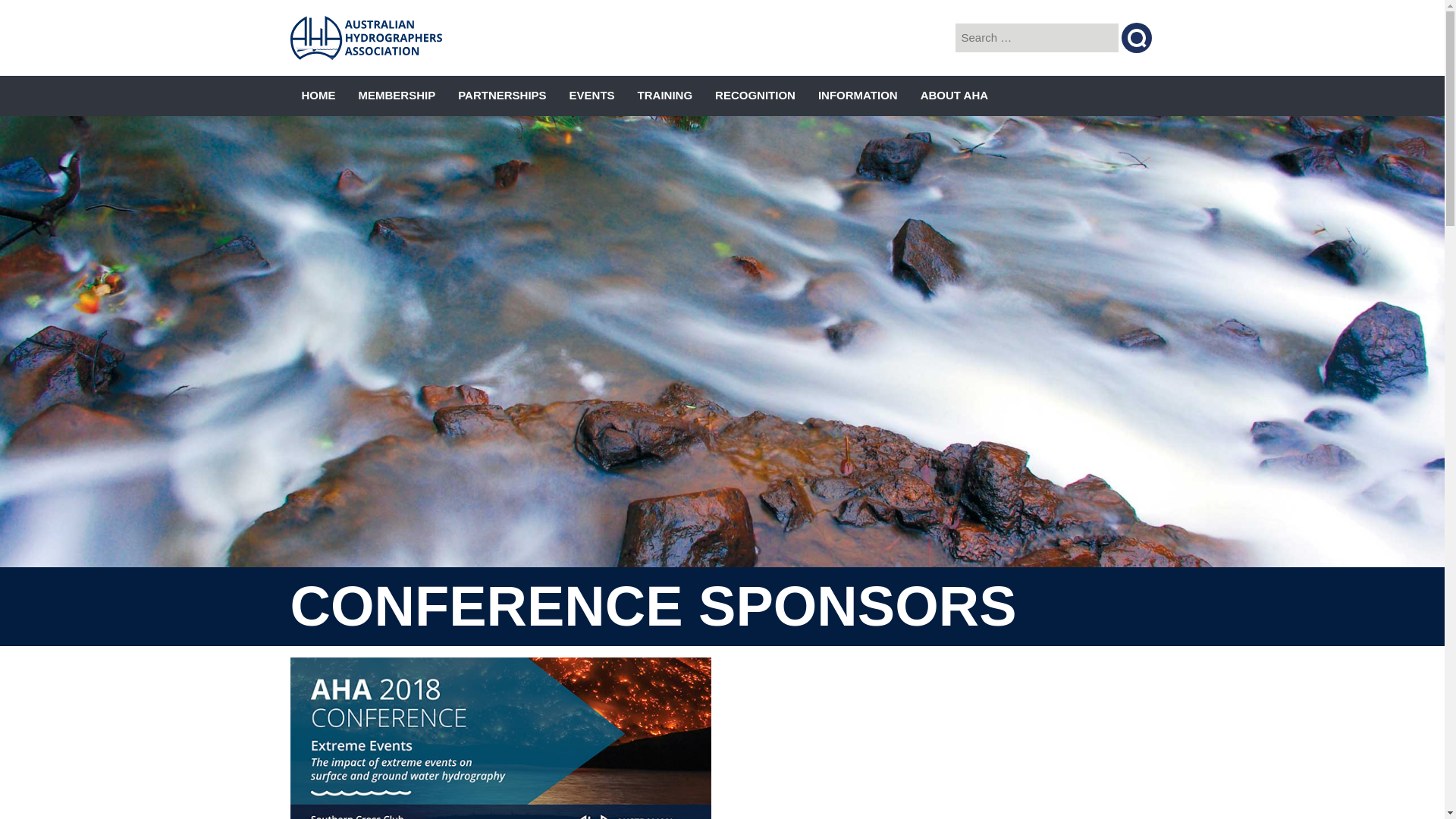  Describe the element at coordinates (397, 96) in the screenshot. I see `'MEMBERSHIP'` at that location.